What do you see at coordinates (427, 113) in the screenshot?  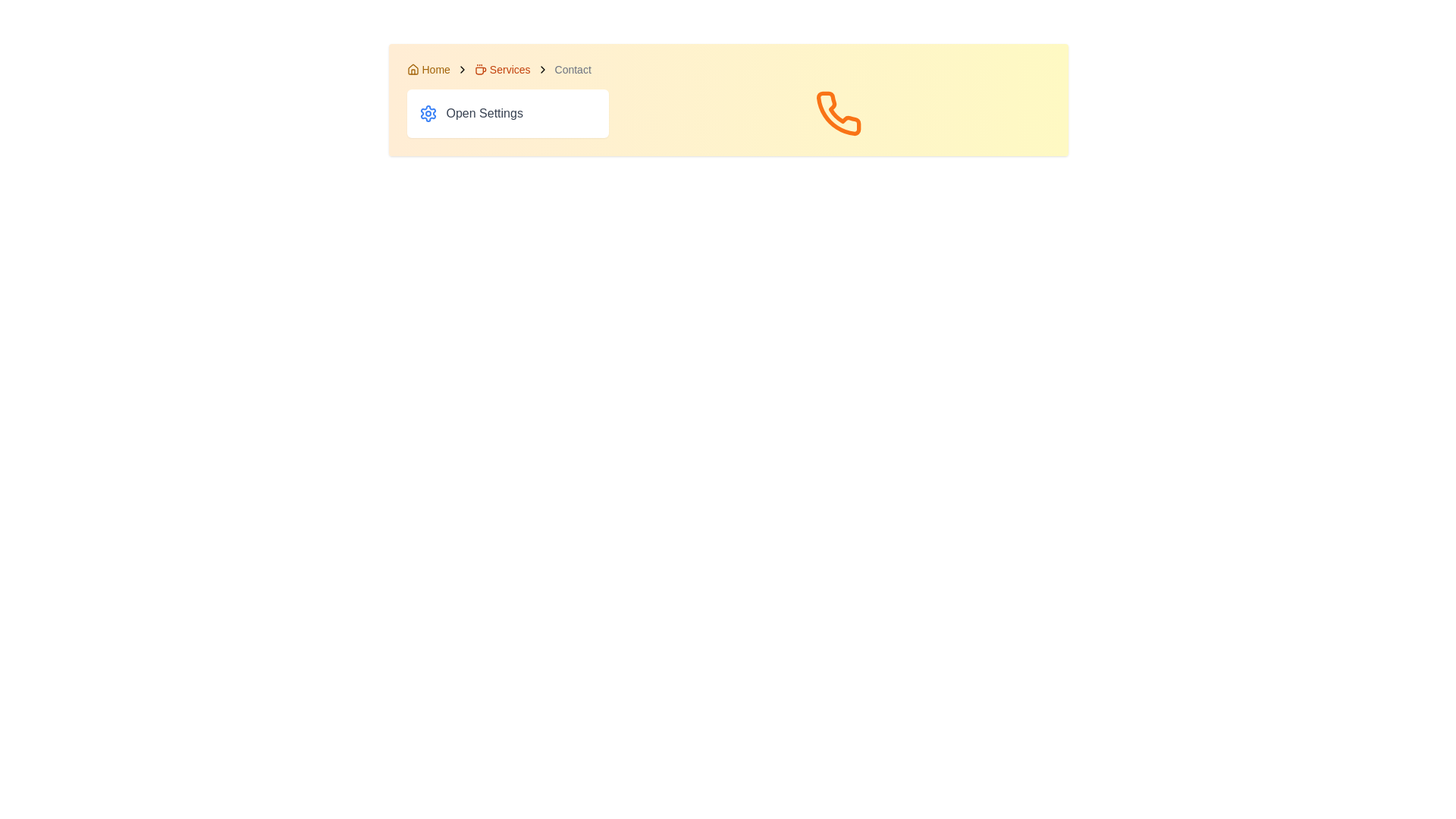 I see `the settings icon located in the upper central section of the interface, adjacent to the text 'Open Settings'` at bounding box center [427, 113].